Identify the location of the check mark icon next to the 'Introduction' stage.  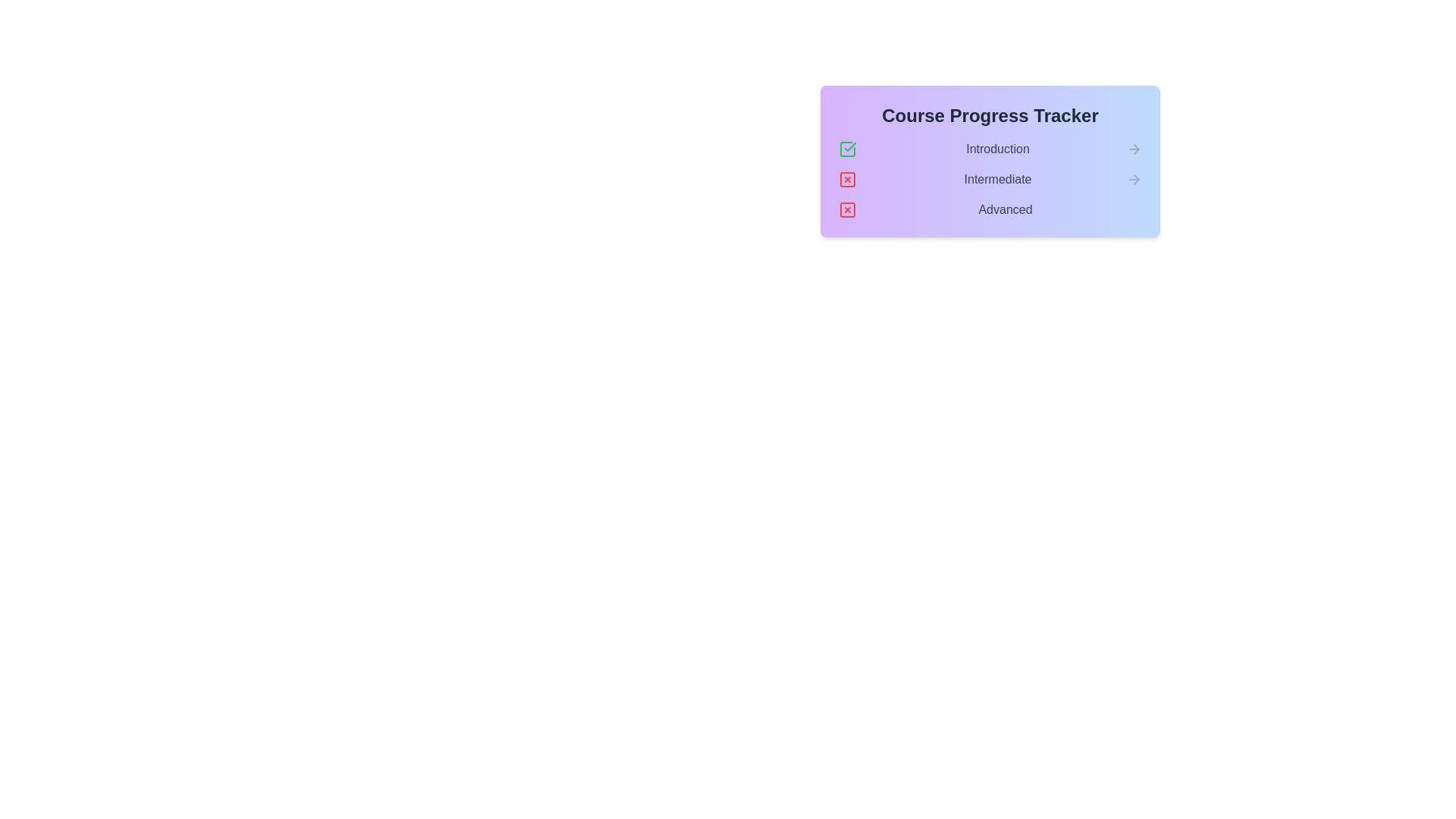
(847, 149).